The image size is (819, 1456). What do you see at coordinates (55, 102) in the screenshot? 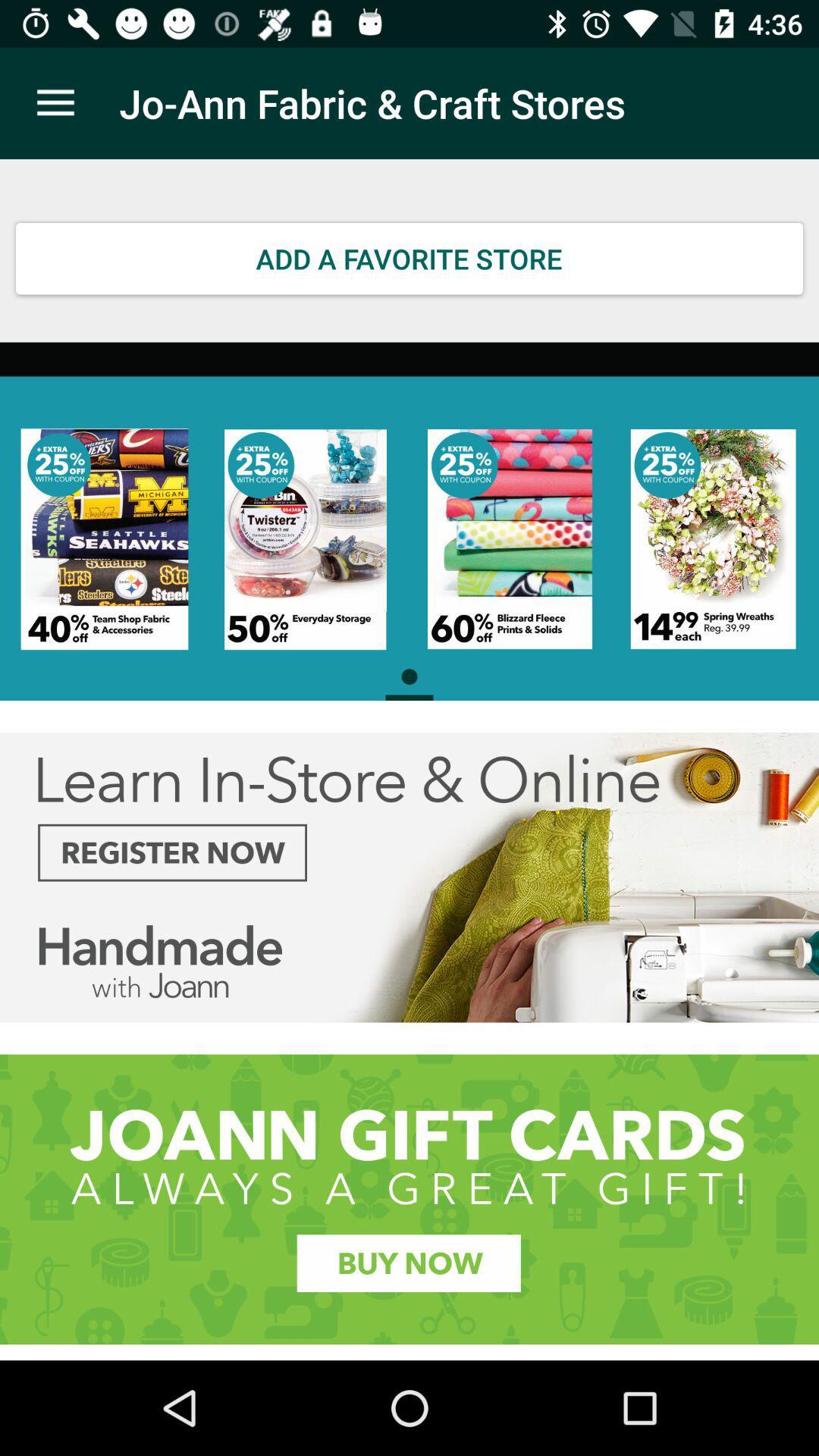
I see `the icon next to jo ann fabric` at bounding box center [55, 102].